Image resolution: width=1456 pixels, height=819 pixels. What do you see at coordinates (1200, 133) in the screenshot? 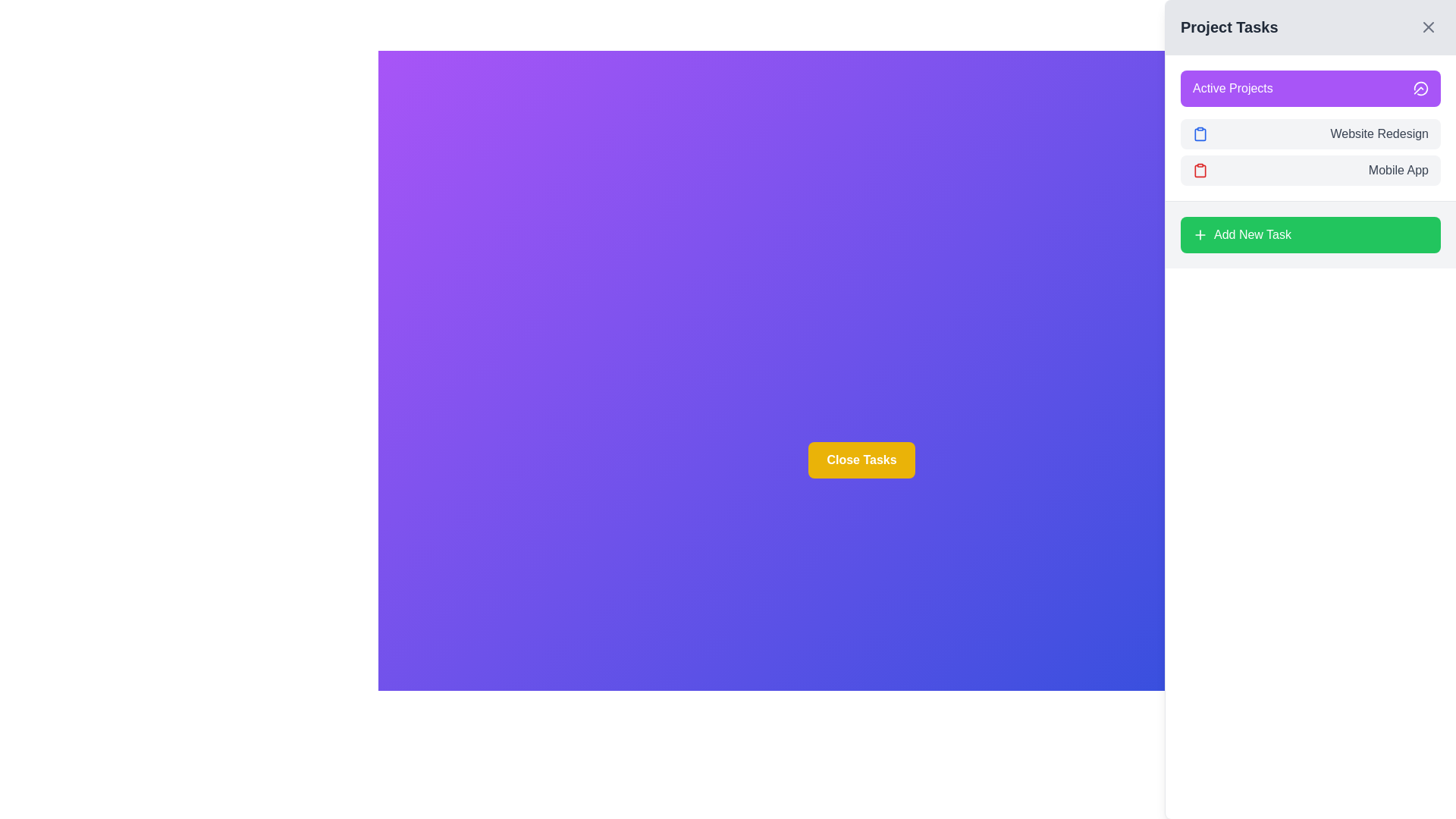
I see `the clipboard icon located in the 'Project Tasks' sidebar, specifically next to the 'Website Redesign' task` at bounding box center [1200, 133].